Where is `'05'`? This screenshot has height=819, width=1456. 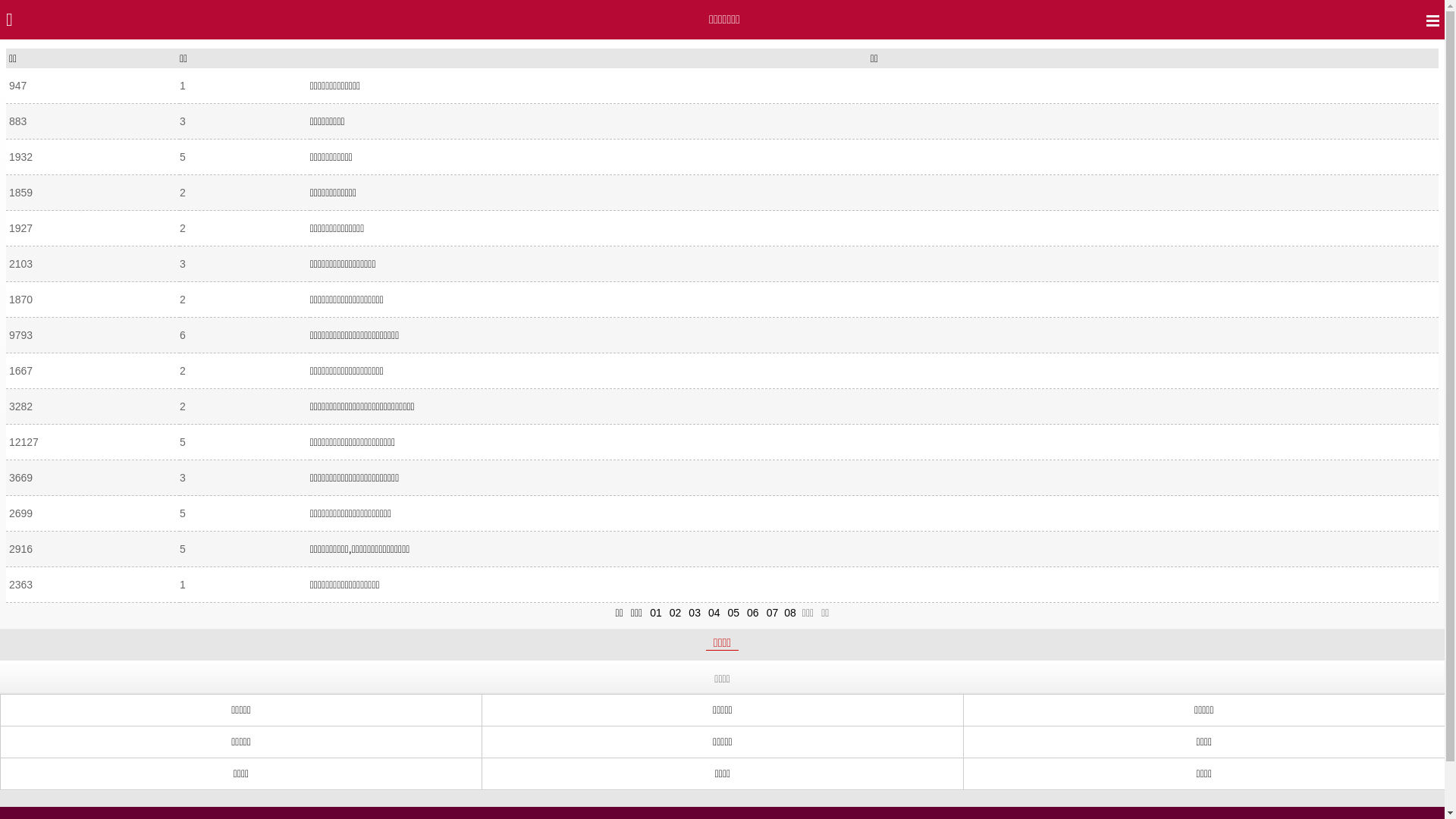
'05' is located at coordinates (728, 611).